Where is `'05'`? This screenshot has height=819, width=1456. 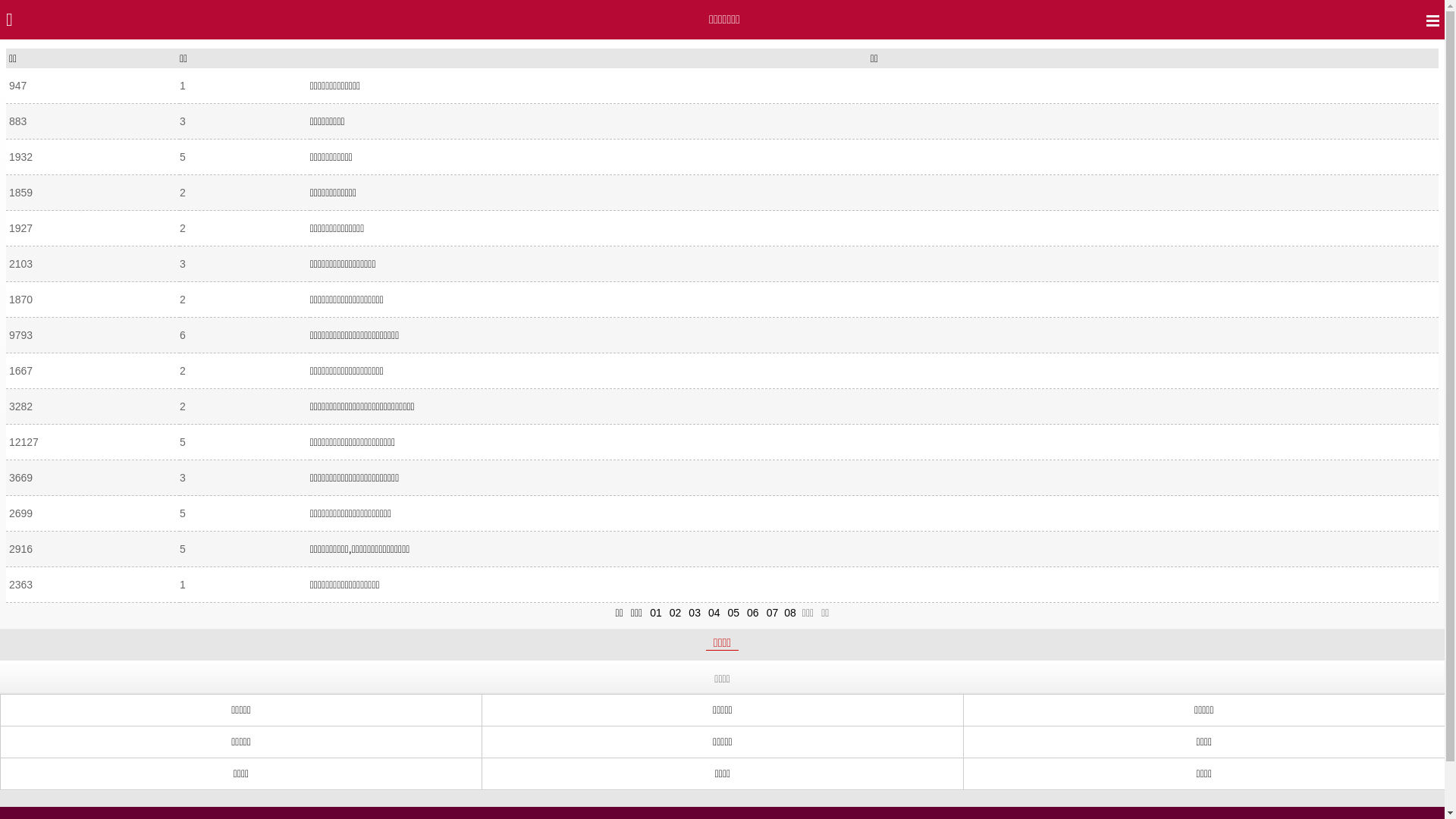
'05' is located at coordinates (728, 611).